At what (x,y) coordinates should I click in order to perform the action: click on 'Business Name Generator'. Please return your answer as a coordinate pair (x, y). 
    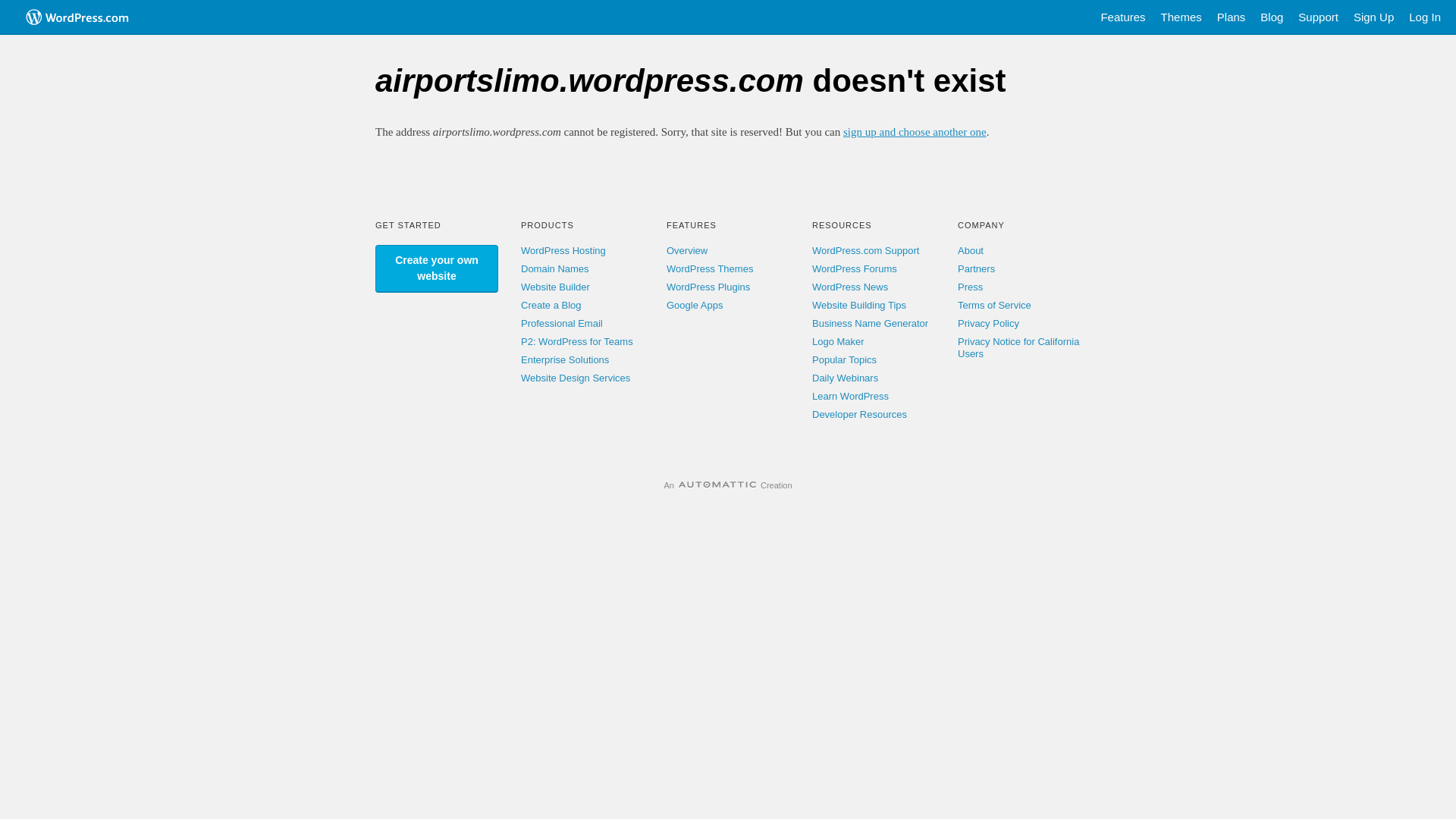
    Looking at the image, I should click on (870, 322).